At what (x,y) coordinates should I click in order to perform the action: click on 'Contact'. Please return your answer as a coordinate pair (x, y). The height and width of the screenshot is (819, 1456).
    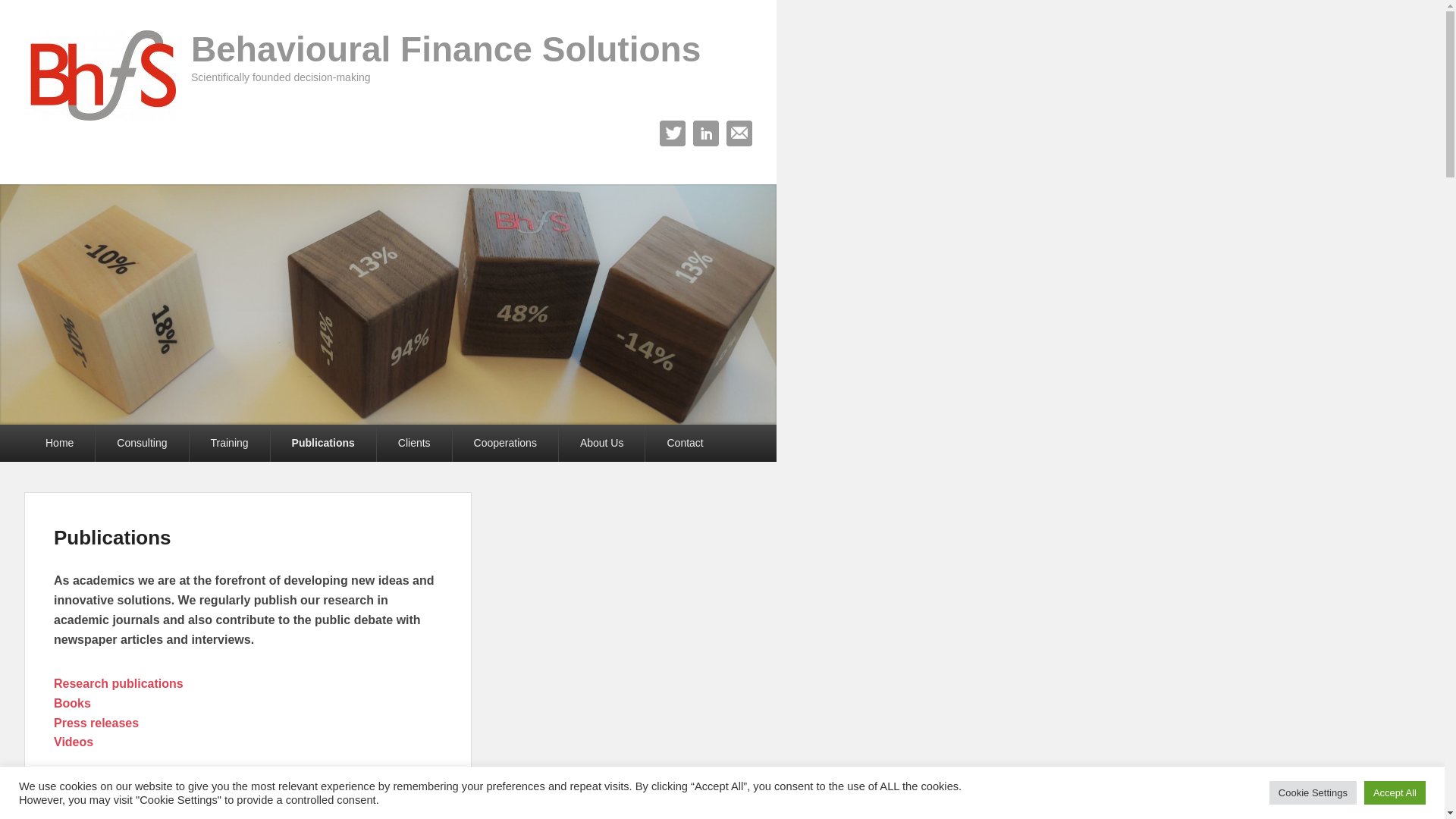
    Looking at the image, I should click on (683, 443).